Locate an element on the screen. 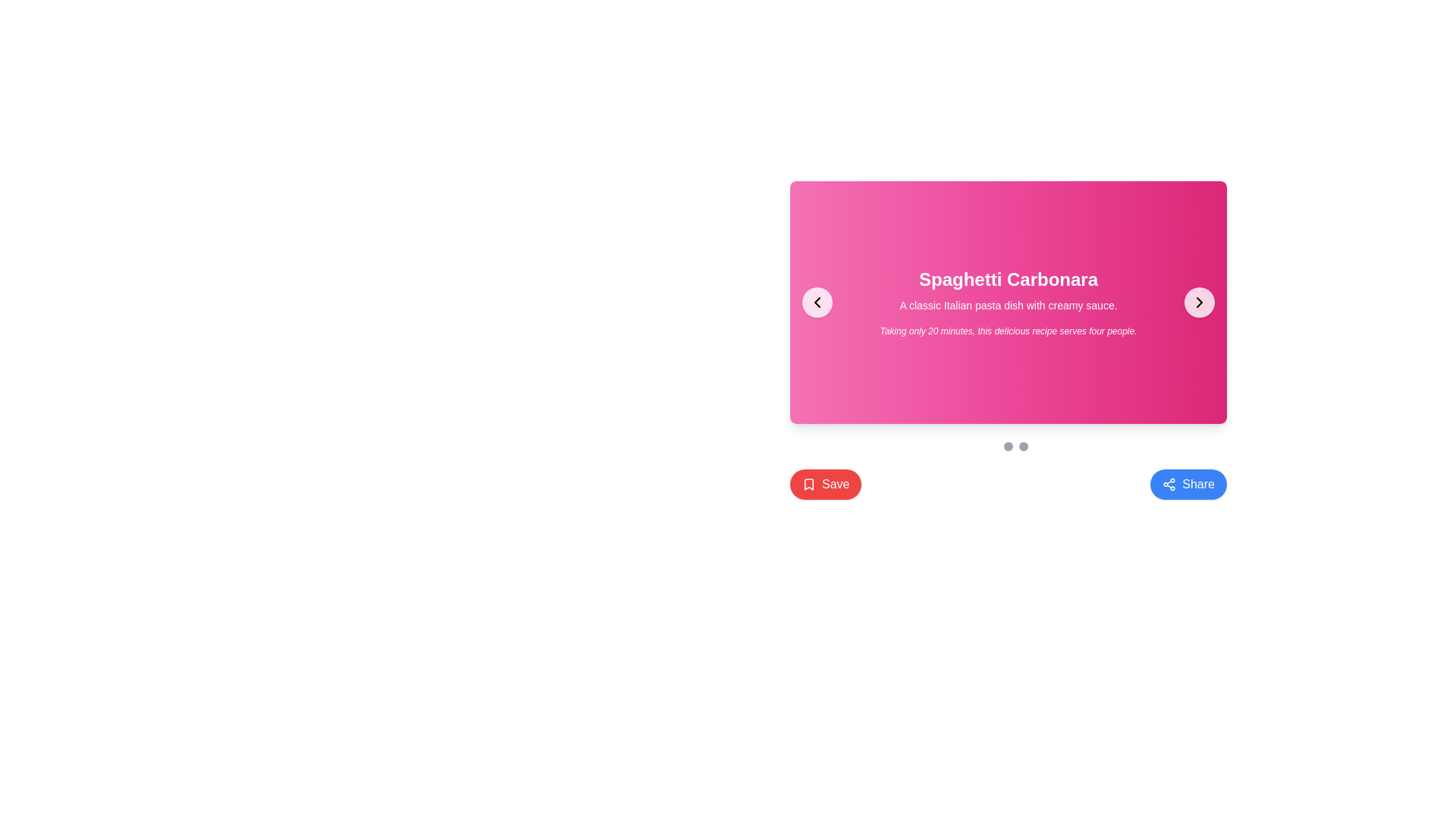 The image size is (1456, 819). the left-facing chevron icon inside the round button is located at coordinates (817, 302).